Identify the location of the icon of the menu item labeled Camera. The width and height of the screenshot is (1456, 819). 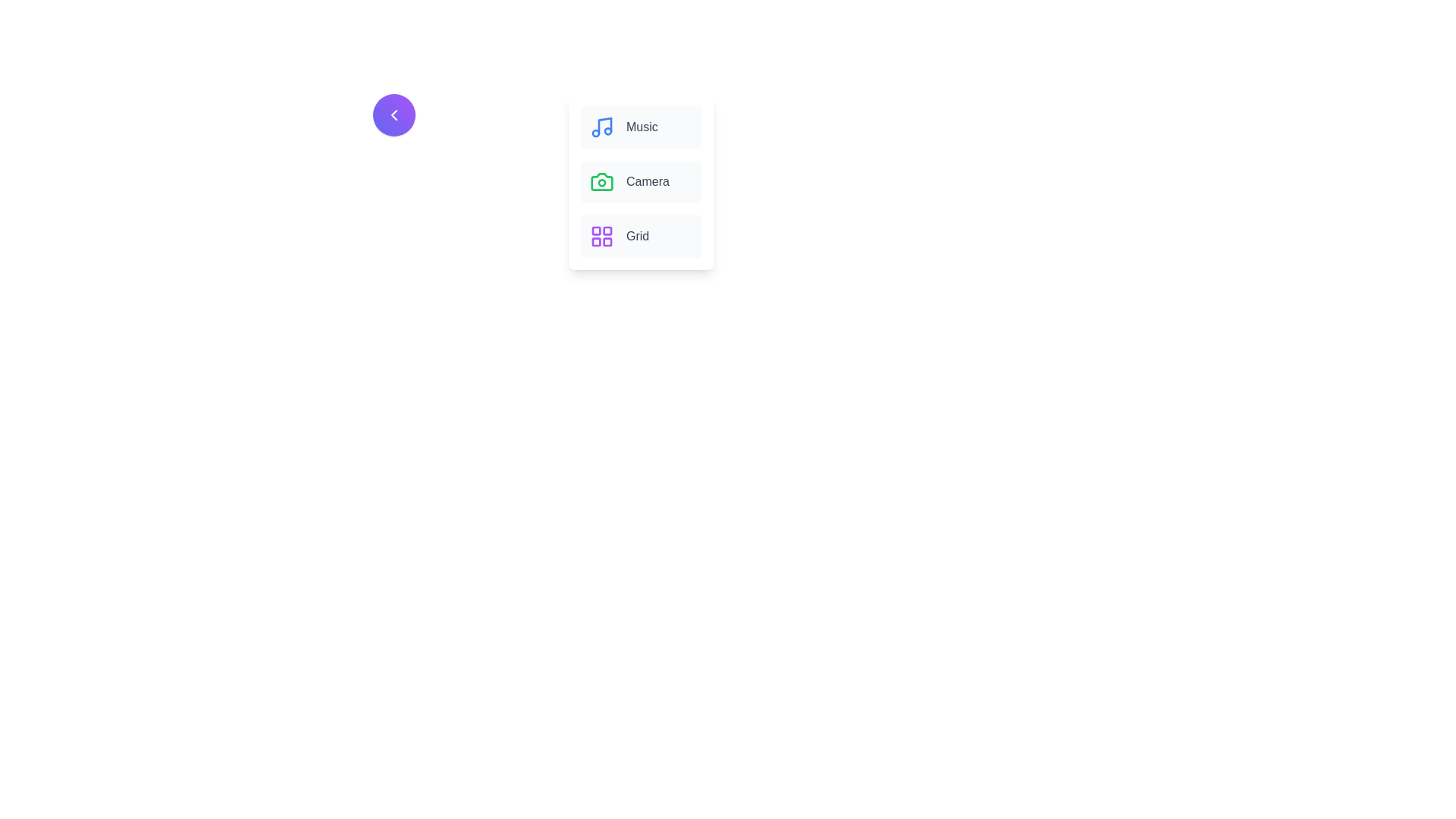
(601, 180).